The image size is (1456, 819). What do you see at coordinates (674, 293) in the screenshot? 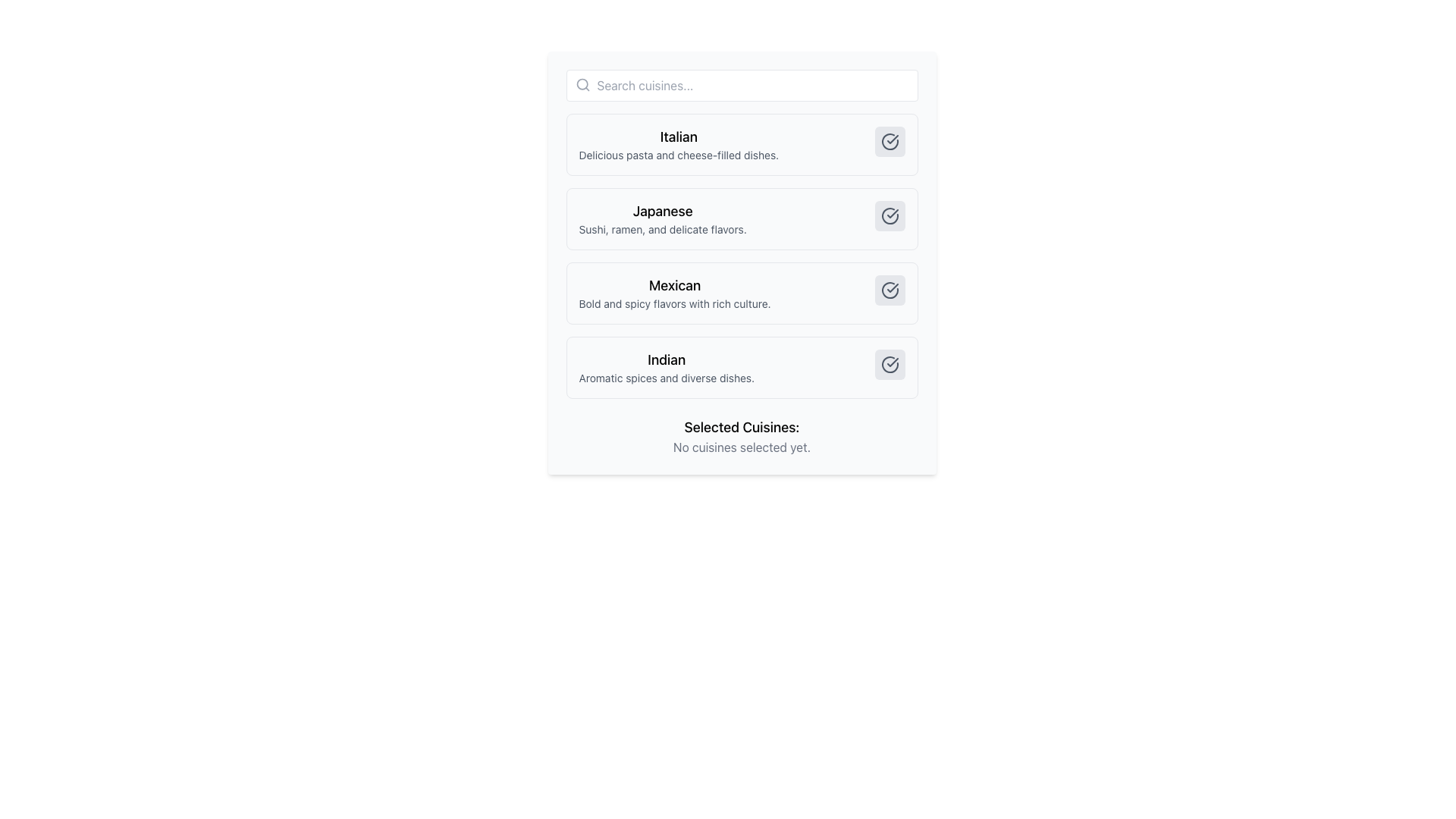
I see `text displayed in the 'Mexican' cuisine text display located centrally within the third rectangular card in the vertical list, positioned between the 'Japanese' and 'Indian' cards` at bounding box center [674, 293].